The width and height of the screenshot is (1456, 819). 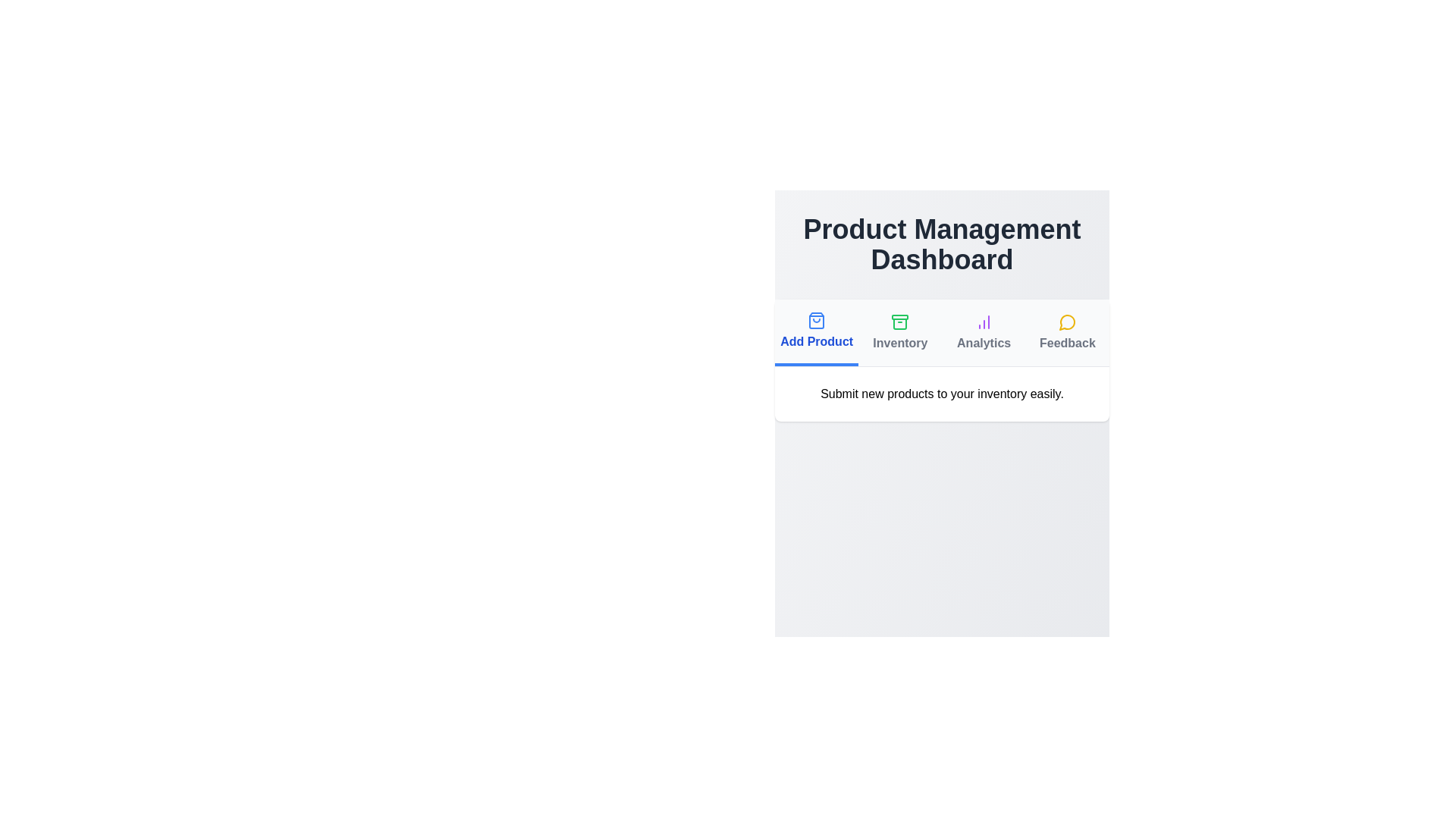 I want to click on the 'Analytics' text label in the navigation toolbar under the 'Product Management Dashboard' header, so click(x=984, y=343).